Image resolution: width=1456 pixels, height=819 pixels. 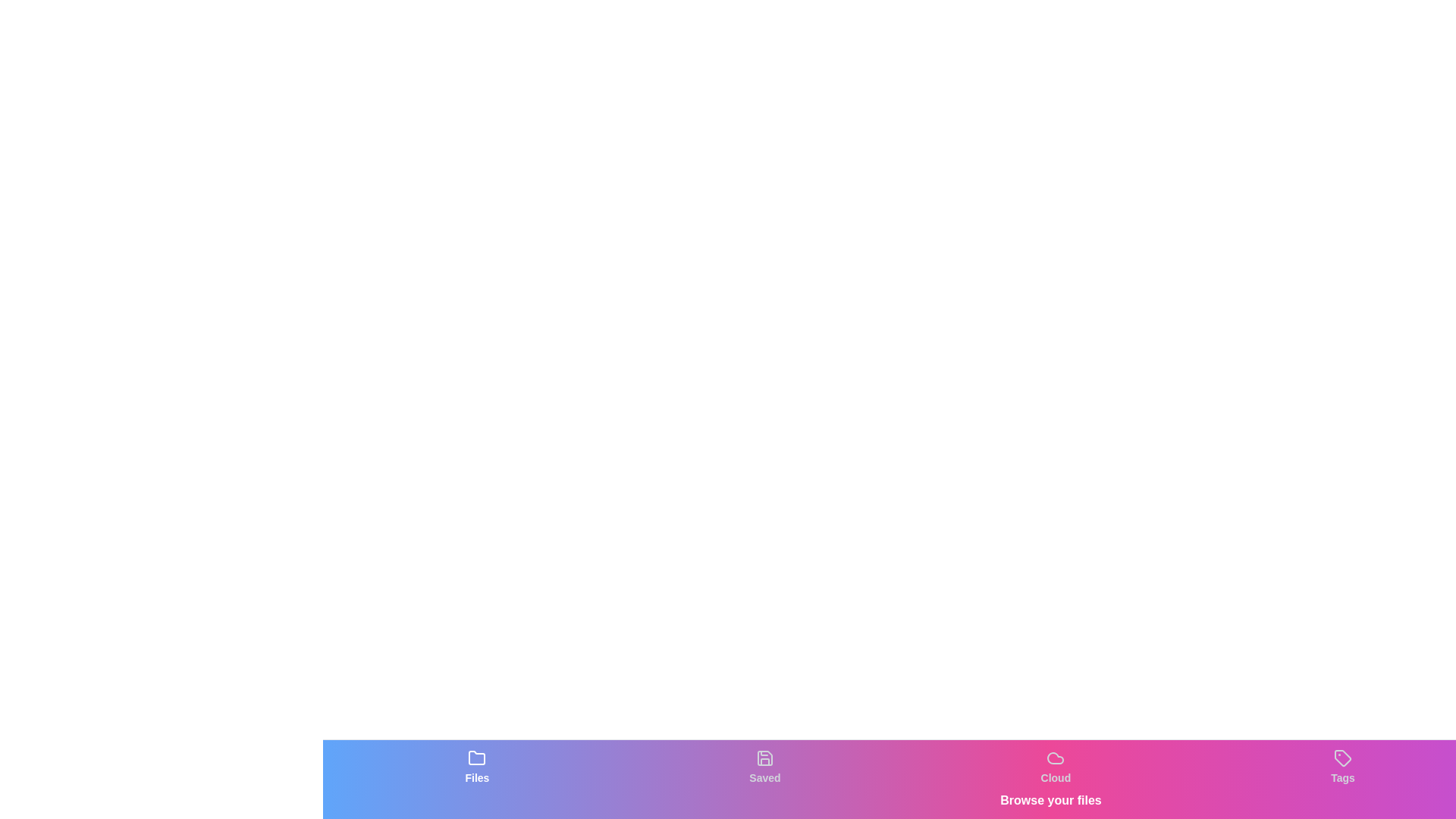 I want to click on the tab labeled Files, so click(x=475, y=767).